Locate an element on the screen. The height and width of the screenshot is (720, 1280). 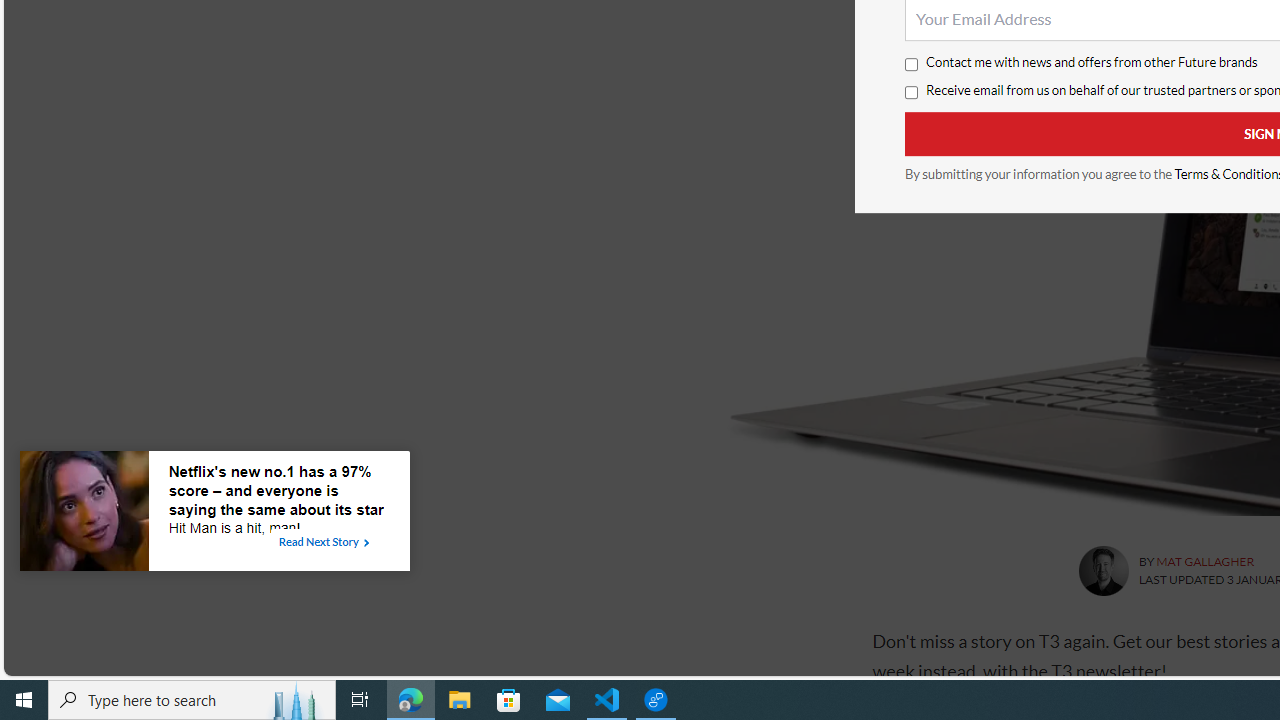
'Image for Taboola Advertising Unit' is located at coordinates (83, 514).